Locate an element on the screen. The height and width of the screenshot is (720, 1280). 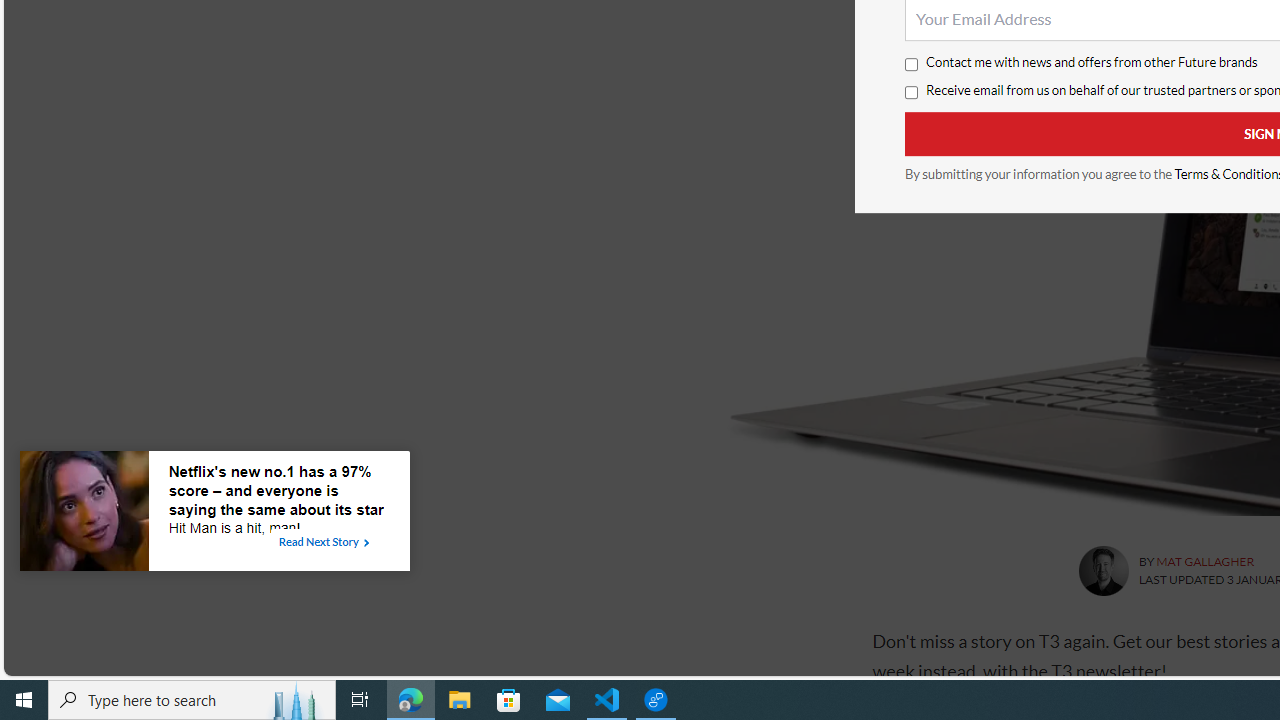
'Image for Taboola Advertising Unit' is located at coordinates (83, 514).